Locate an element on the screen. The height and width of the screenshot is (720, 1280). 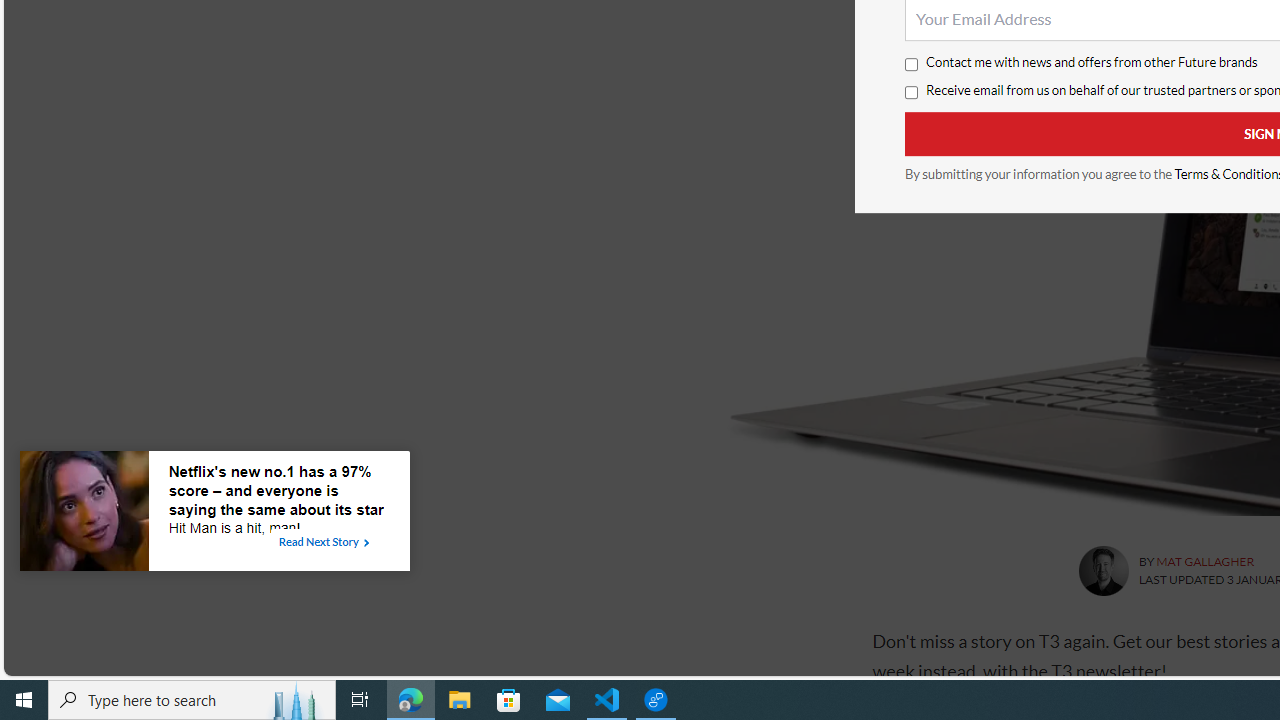
'Image for Taboola Advertising Unit' is located at coordinates (83, 514).